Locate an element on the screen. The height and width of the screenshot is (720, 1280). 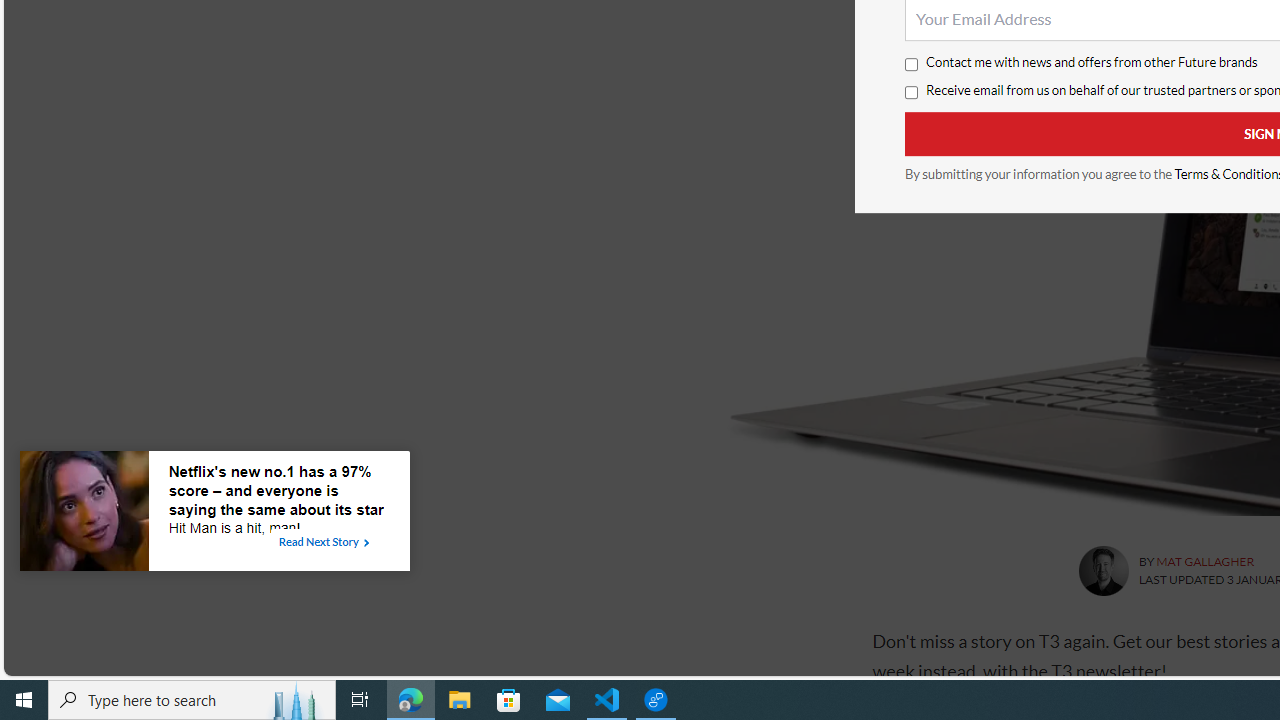
'Image for Taboola Advertising Unit' is located at coordinates (83, 514).